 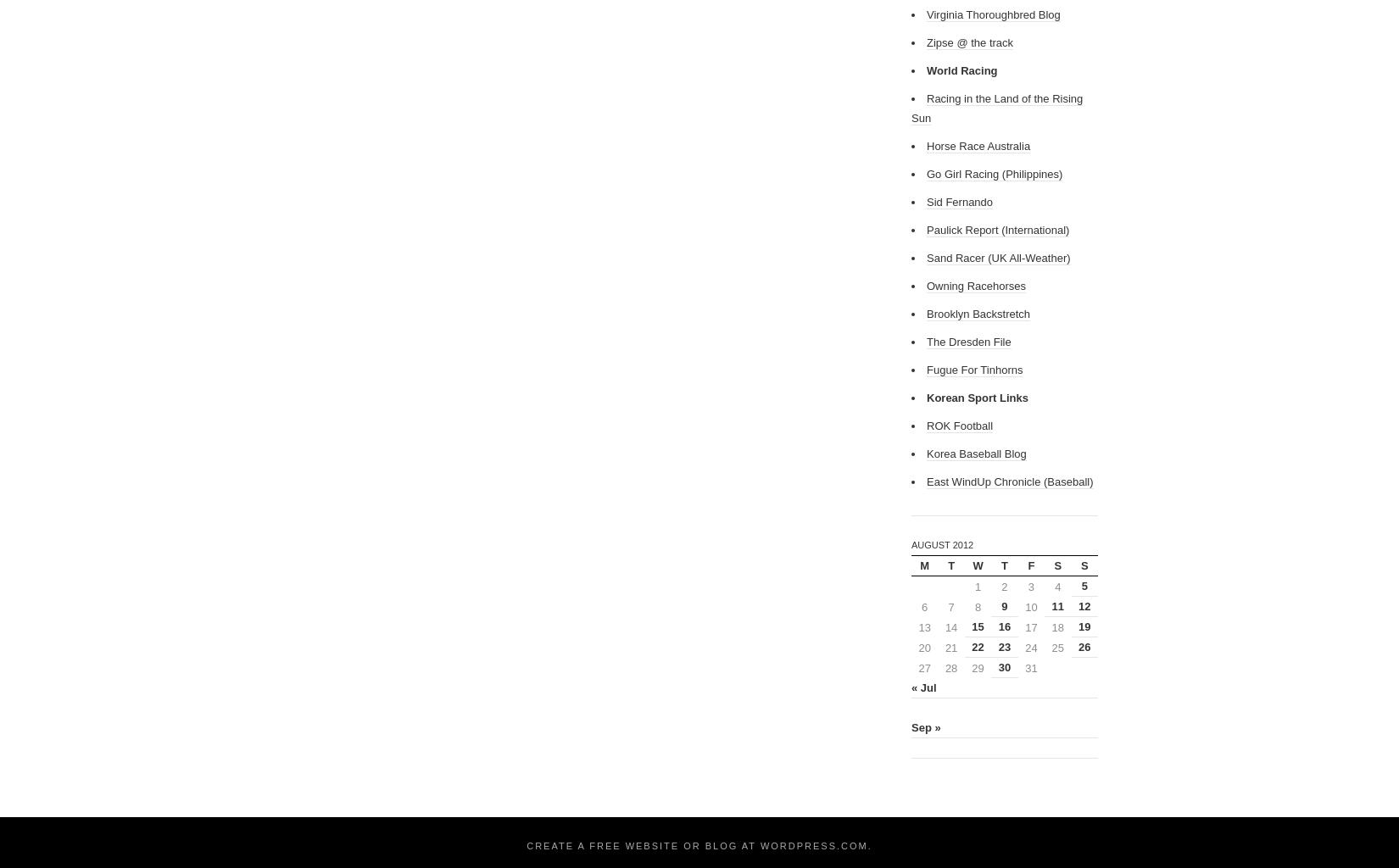 What do you see at coordinates (923, 687) in the screenshot?
I see `'« Jul'` at bounding box center [923, 687].